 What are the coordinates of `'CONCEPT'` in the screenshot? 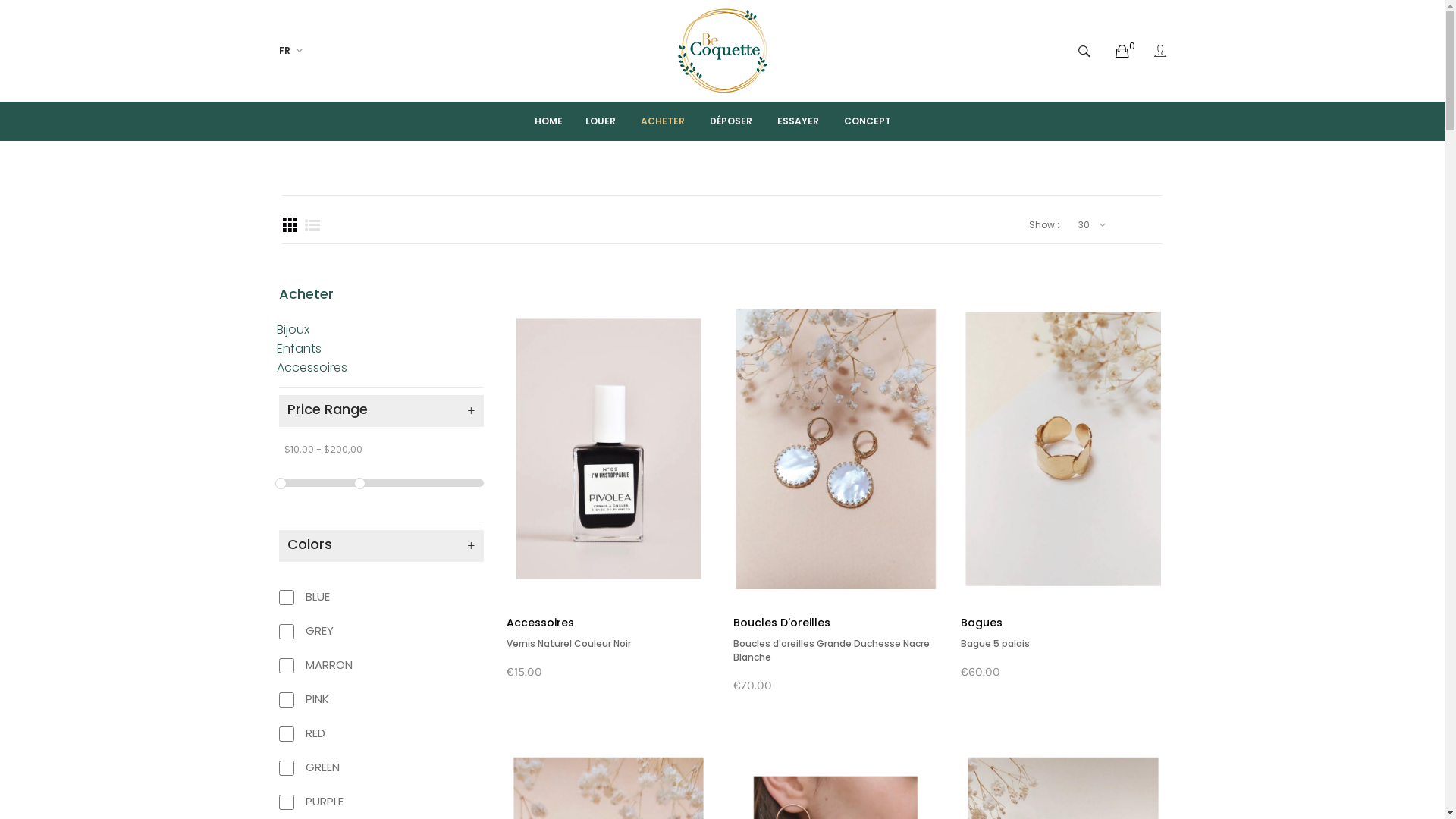 It's located at (867, 120).